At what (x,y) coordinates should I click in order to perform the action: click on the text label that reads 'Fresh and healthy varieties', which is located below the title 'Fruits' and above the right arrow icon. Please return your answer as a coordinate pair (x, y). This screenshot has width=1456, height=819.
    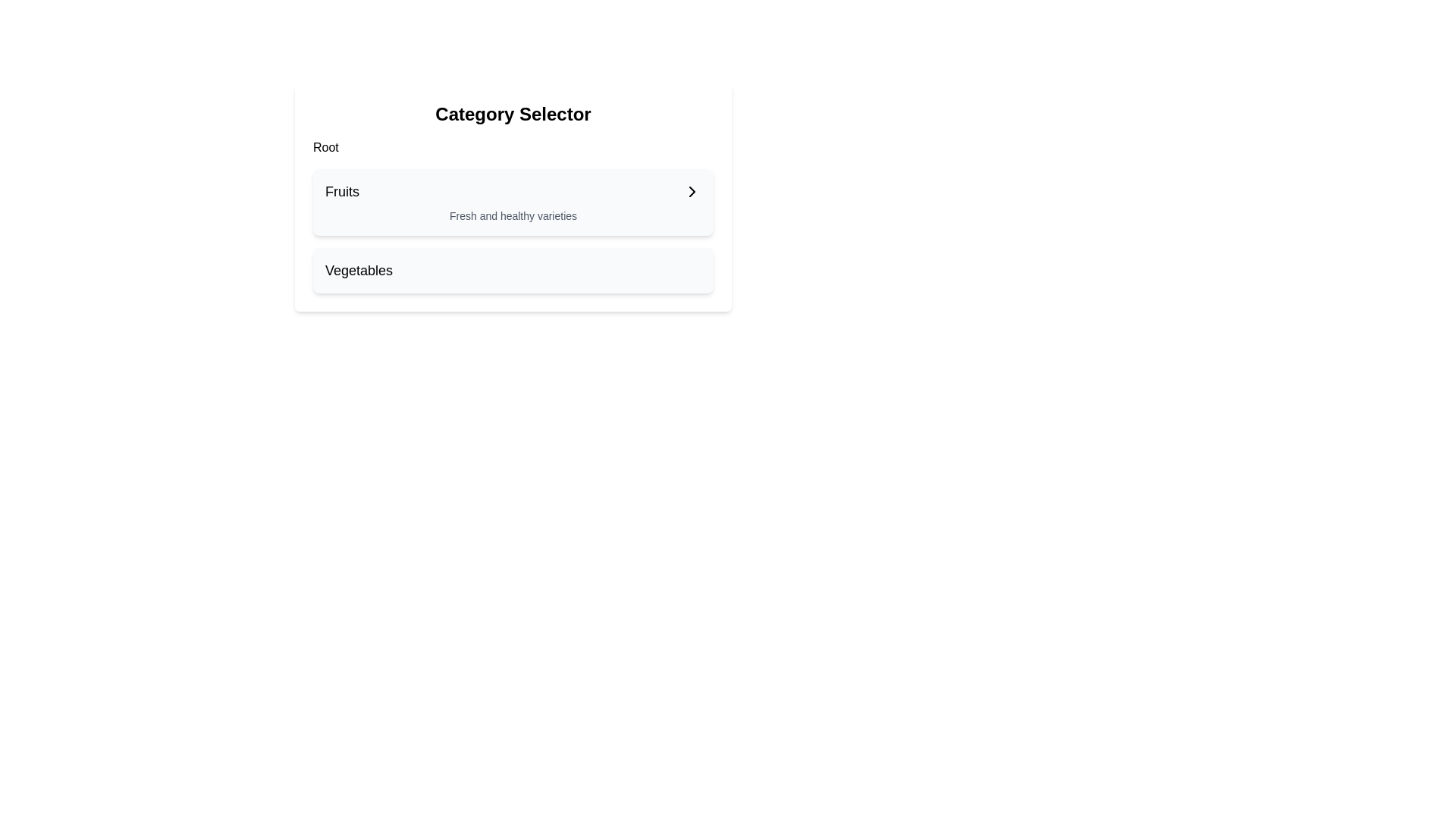
    Looking at the image, I should click on (513, 216).